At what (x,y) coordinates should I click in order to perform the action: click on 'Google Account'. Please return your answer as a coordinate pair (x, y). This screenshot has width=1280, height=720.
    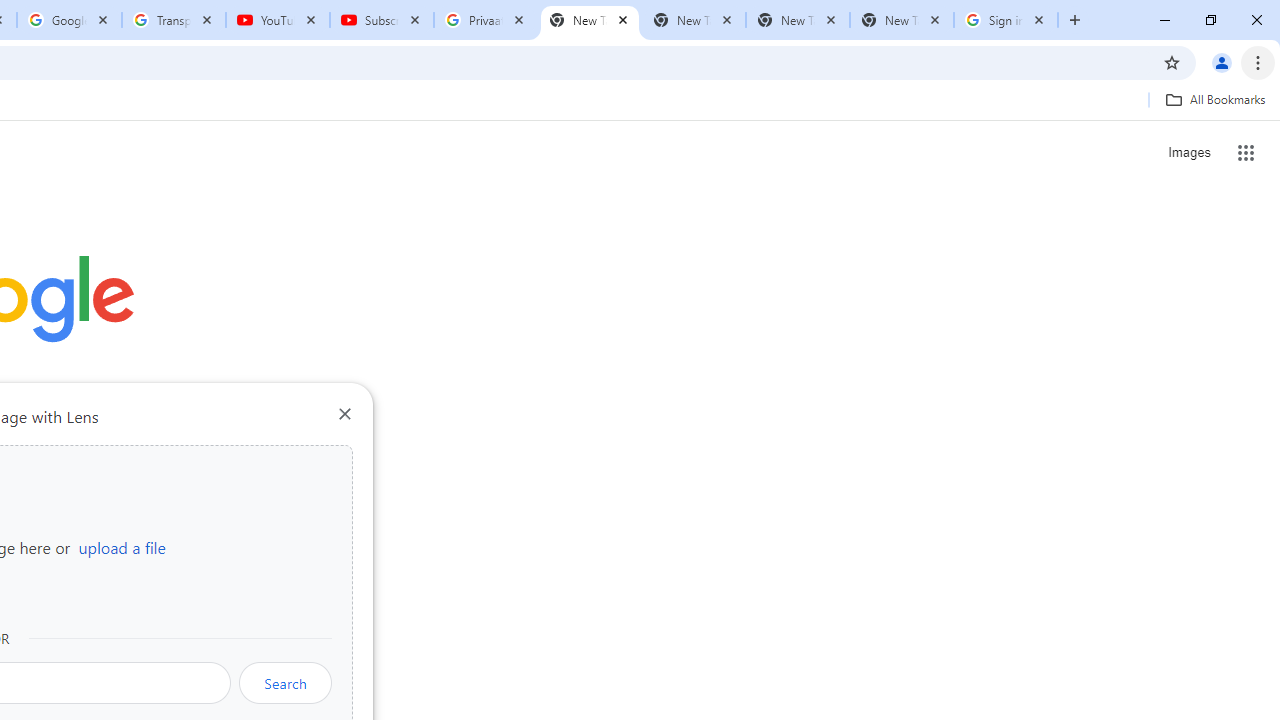
    Looking at the image, I should click on (69, 20).